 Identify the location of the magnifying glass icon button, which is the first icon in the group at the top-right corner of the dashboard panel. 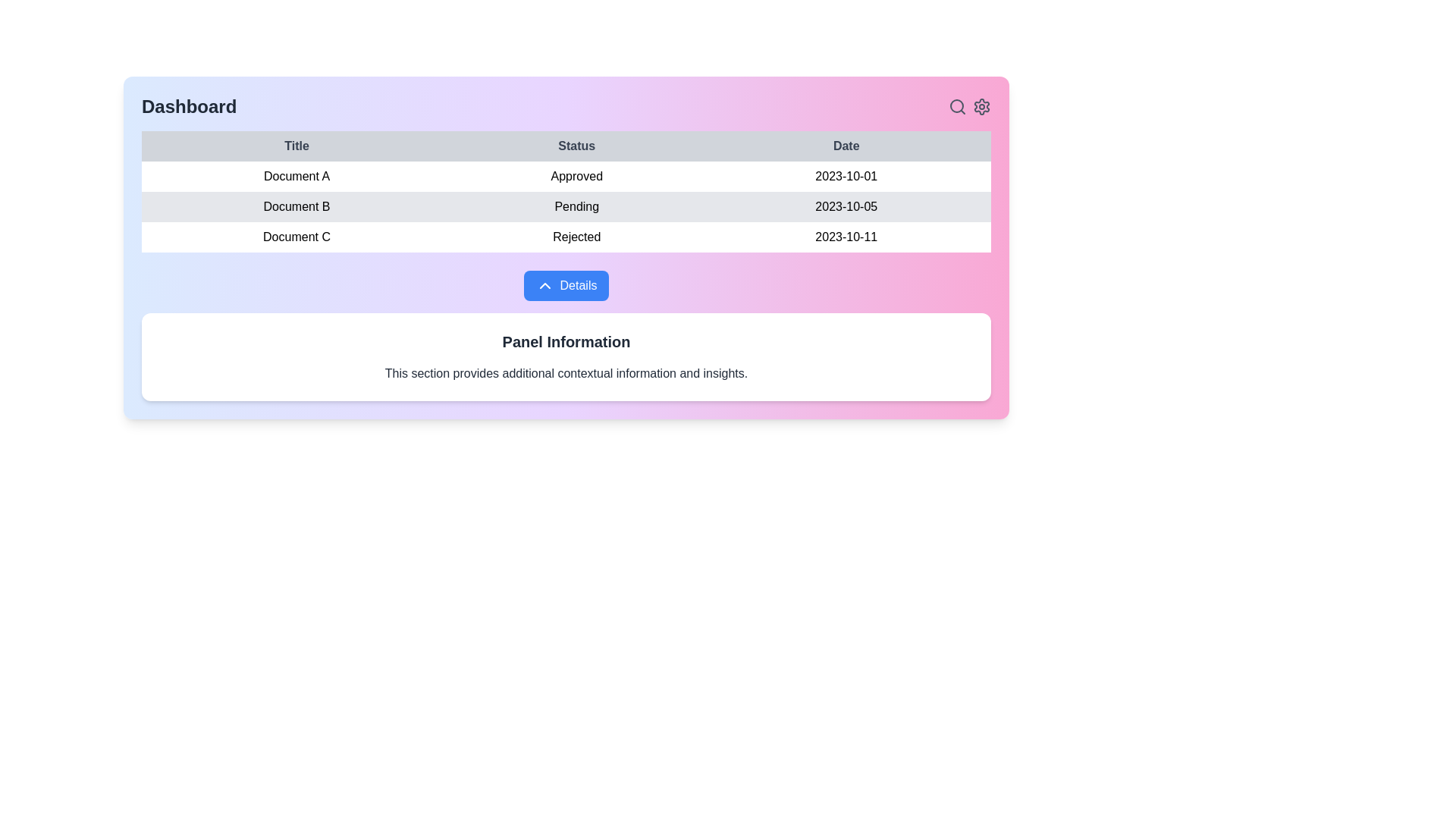
(956, 106).